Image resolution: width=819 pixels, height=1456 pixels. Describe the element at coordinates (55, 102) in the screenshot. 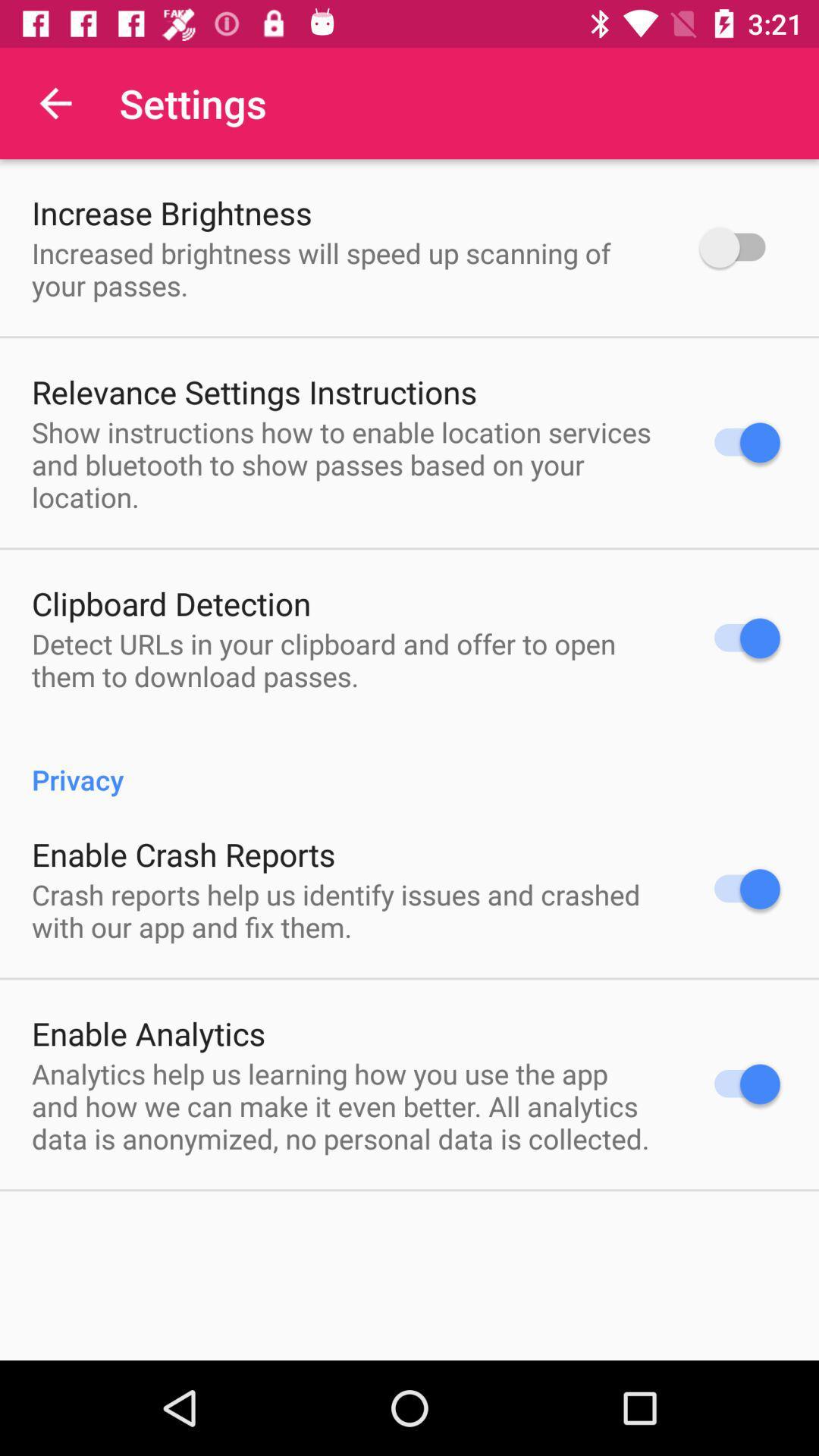

I see `item above the increase brightness item` at that location.